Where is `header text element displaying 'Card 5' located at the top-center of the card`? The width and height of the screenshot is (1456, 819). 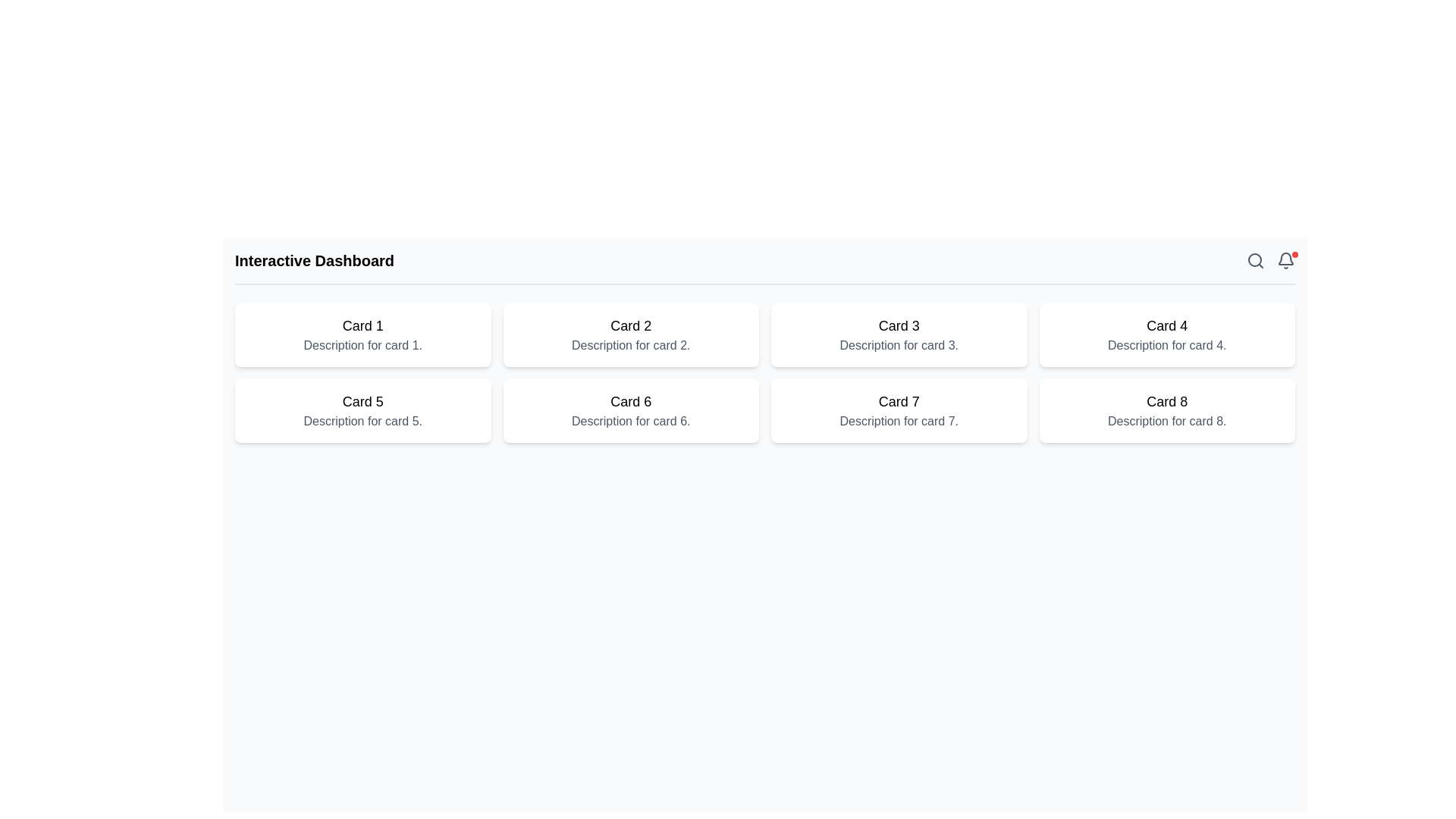
header text element displaying 'Card 5' located at the top-center of the card is located at coordinates (362, 400).